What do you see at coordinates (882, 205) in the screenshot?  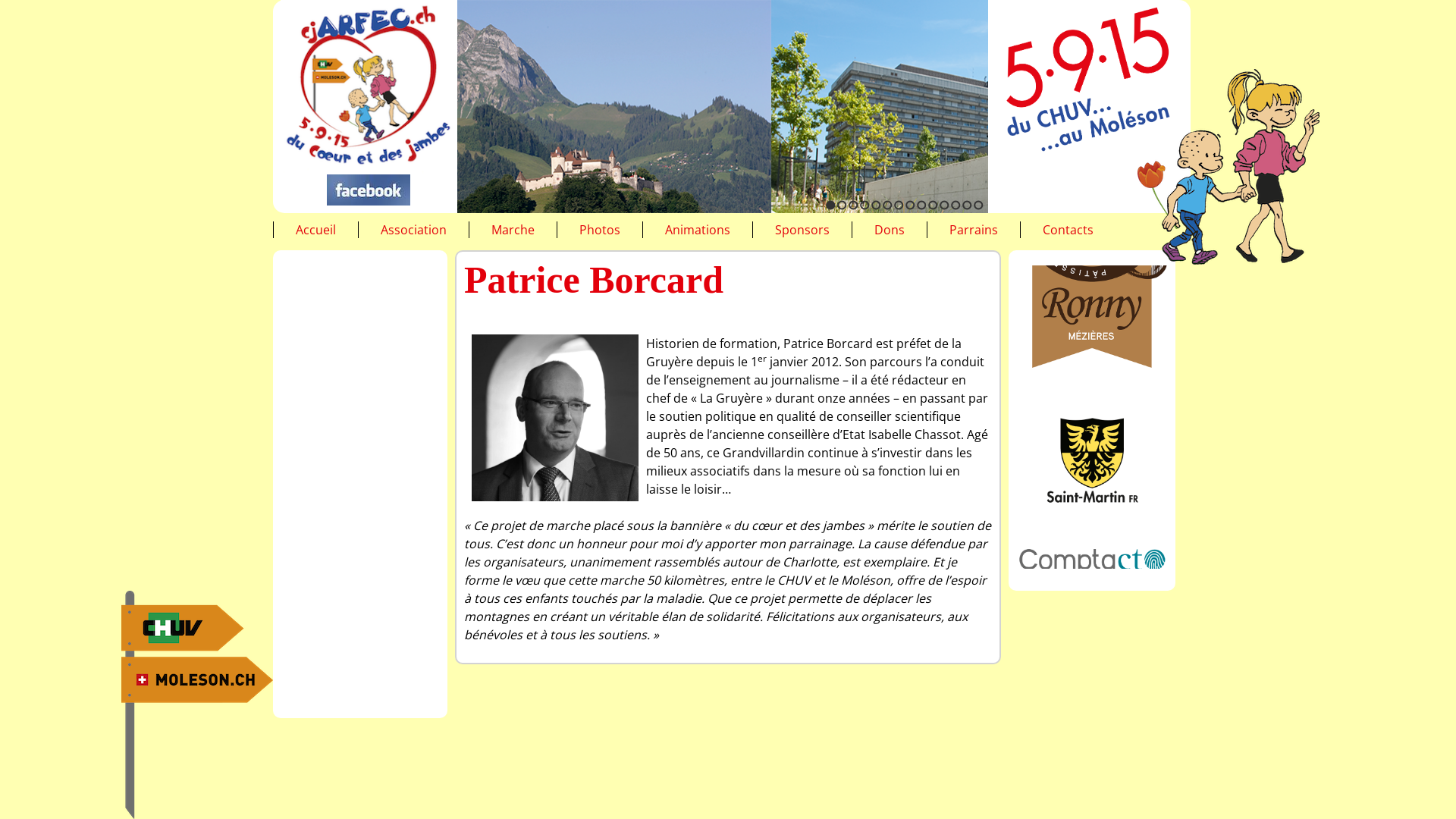 I see `'6'` at bounding box center [882, 205].